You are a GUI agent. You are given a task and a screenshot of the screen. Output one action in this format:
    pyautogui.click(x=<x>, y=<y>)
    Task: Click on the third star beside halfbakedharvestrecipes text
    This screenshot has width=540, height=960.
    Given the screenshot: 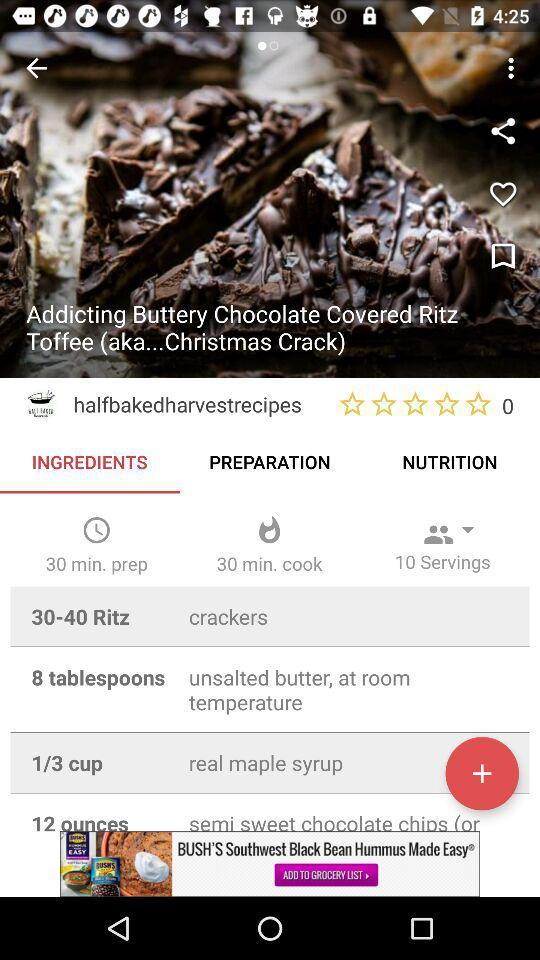 What is the action you would take?
    pyautogui.click(x=414, y=403)
    